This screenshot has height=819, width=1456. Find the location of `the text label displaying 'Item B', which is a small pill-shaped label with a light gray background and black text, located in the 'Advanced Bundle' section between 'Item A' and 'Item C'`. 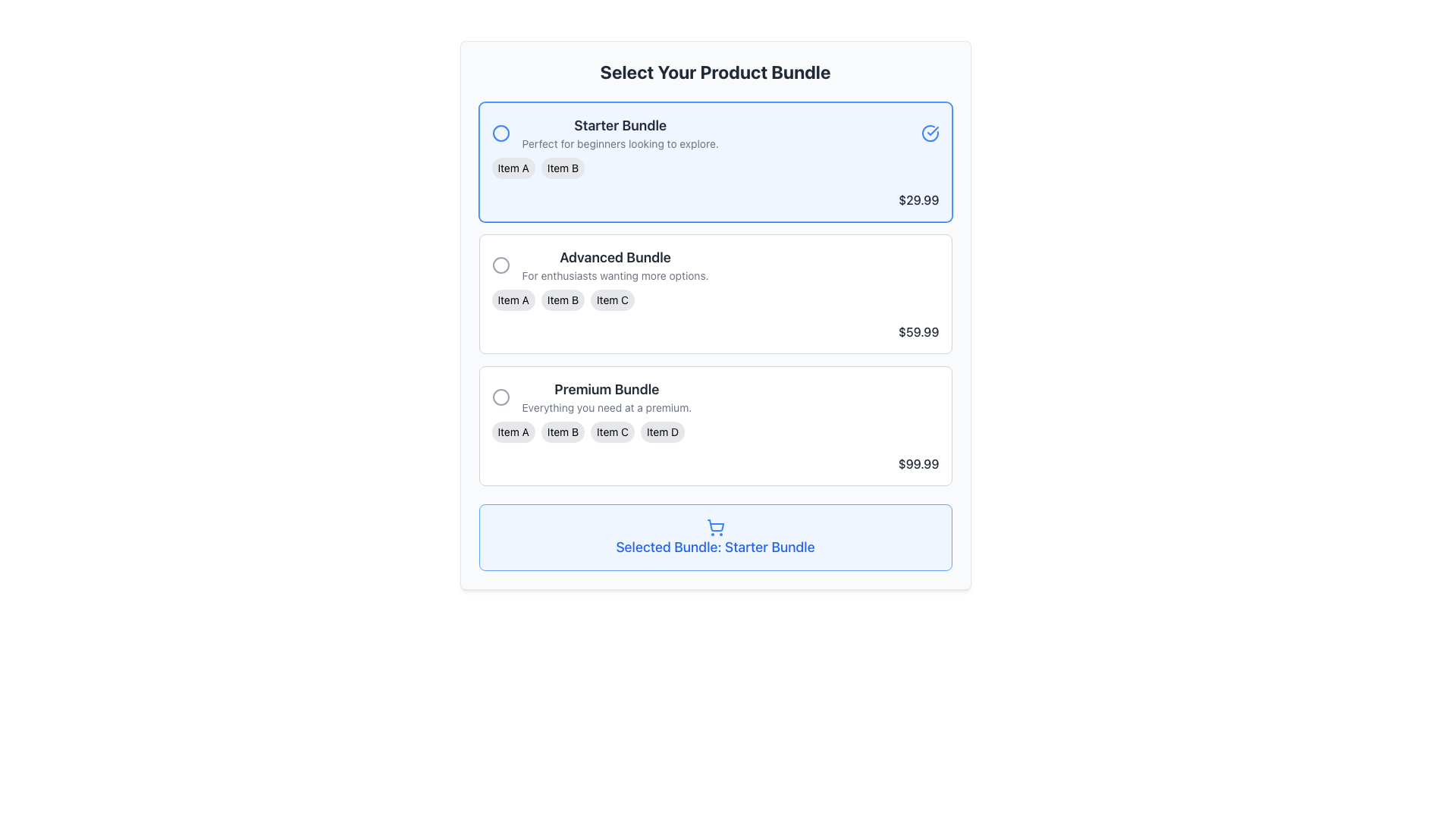

the text label displaying 'Item B', which is a small pill-shaped label with a light gray background and black text, located in the 'Advanced Bundle' section between 'Item A' and 'Item C' is located at coordinates (562, 300).